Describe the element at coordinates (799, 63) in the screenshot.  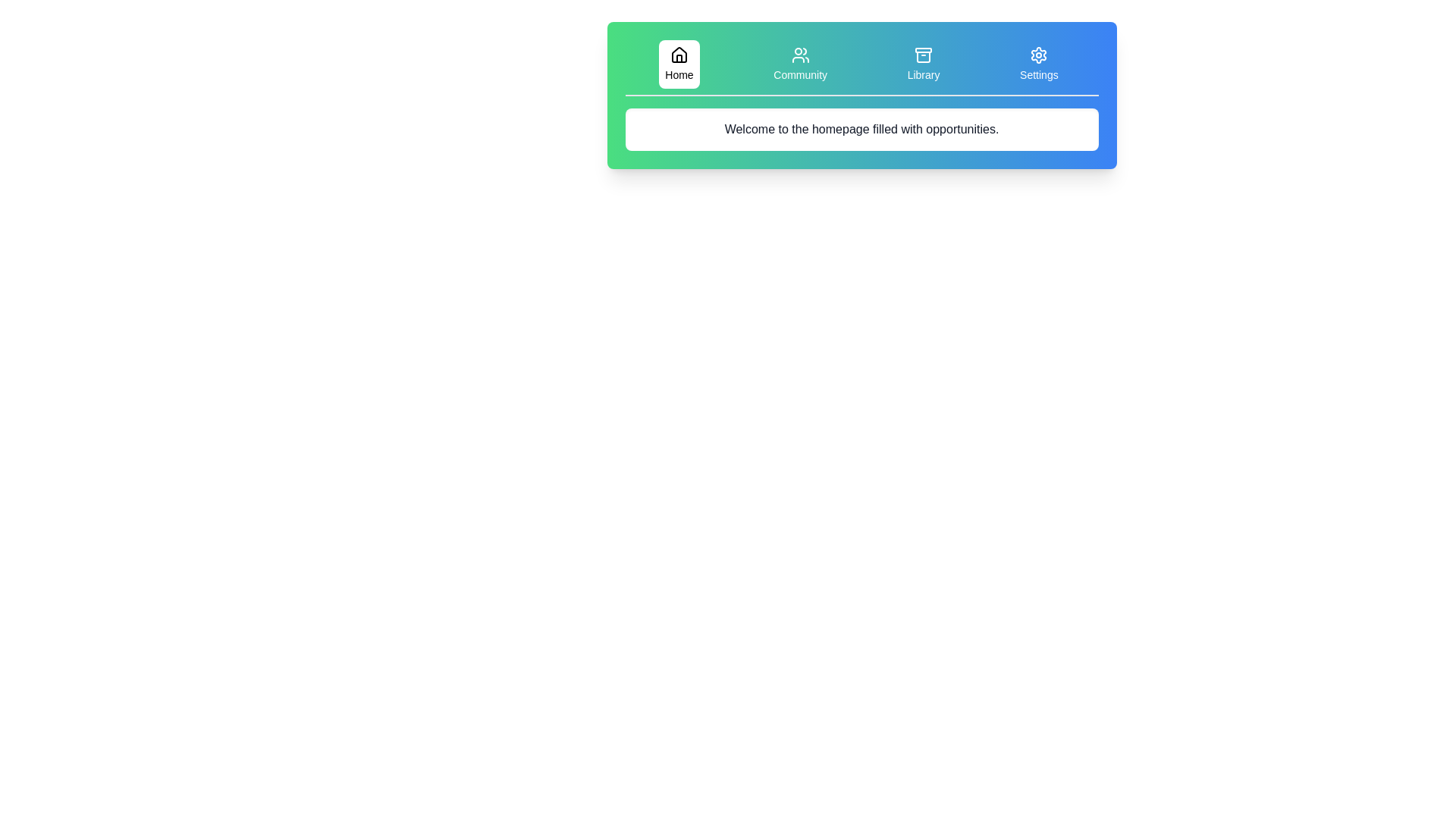
I see `the Community tab to display its content` at that location.